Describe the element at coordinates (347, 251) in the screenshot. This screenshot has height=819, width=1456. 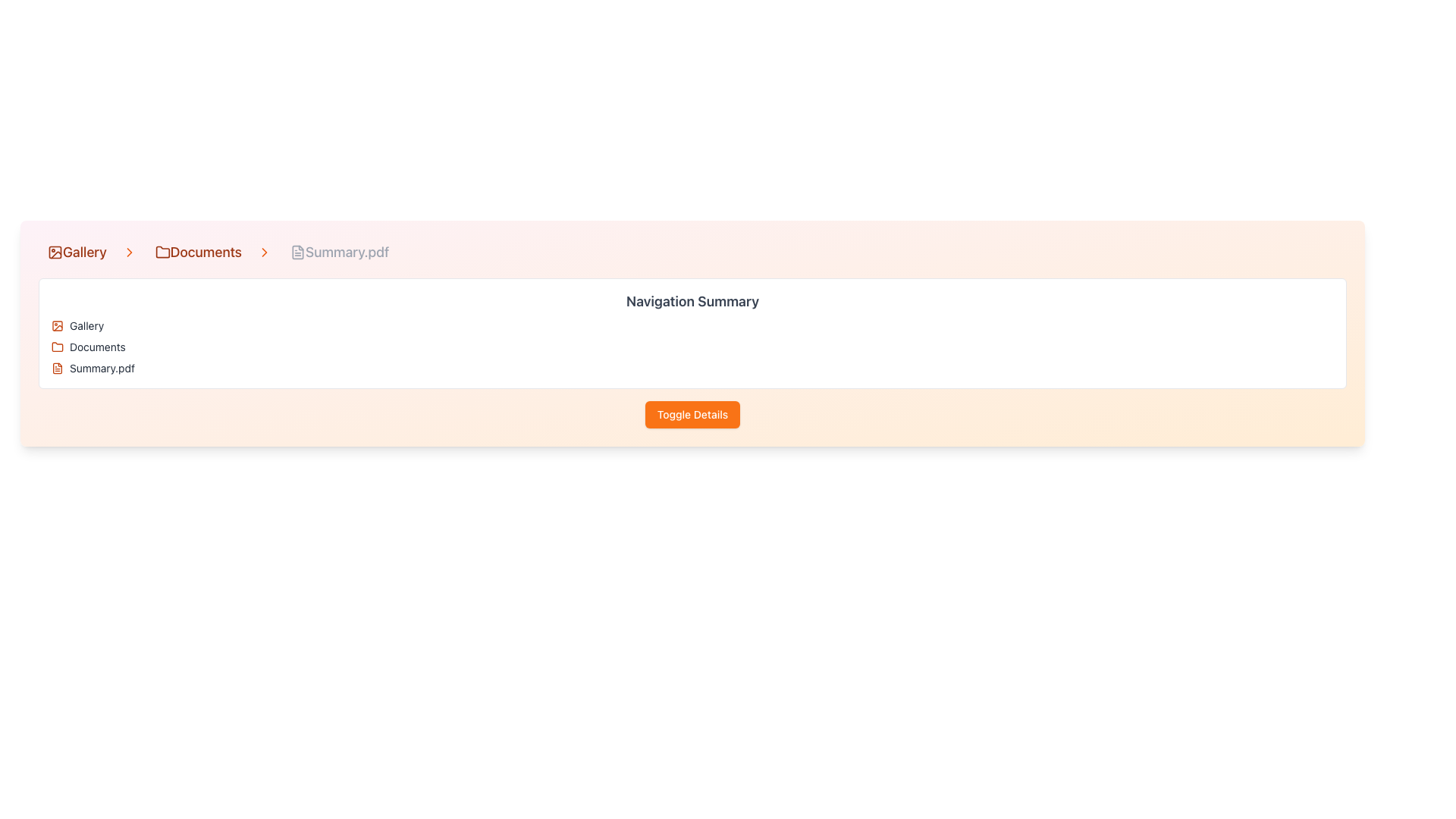
I see `the fifth static text element in the breadcrumb navigation bar, which represents the current document being viewed` at that location.